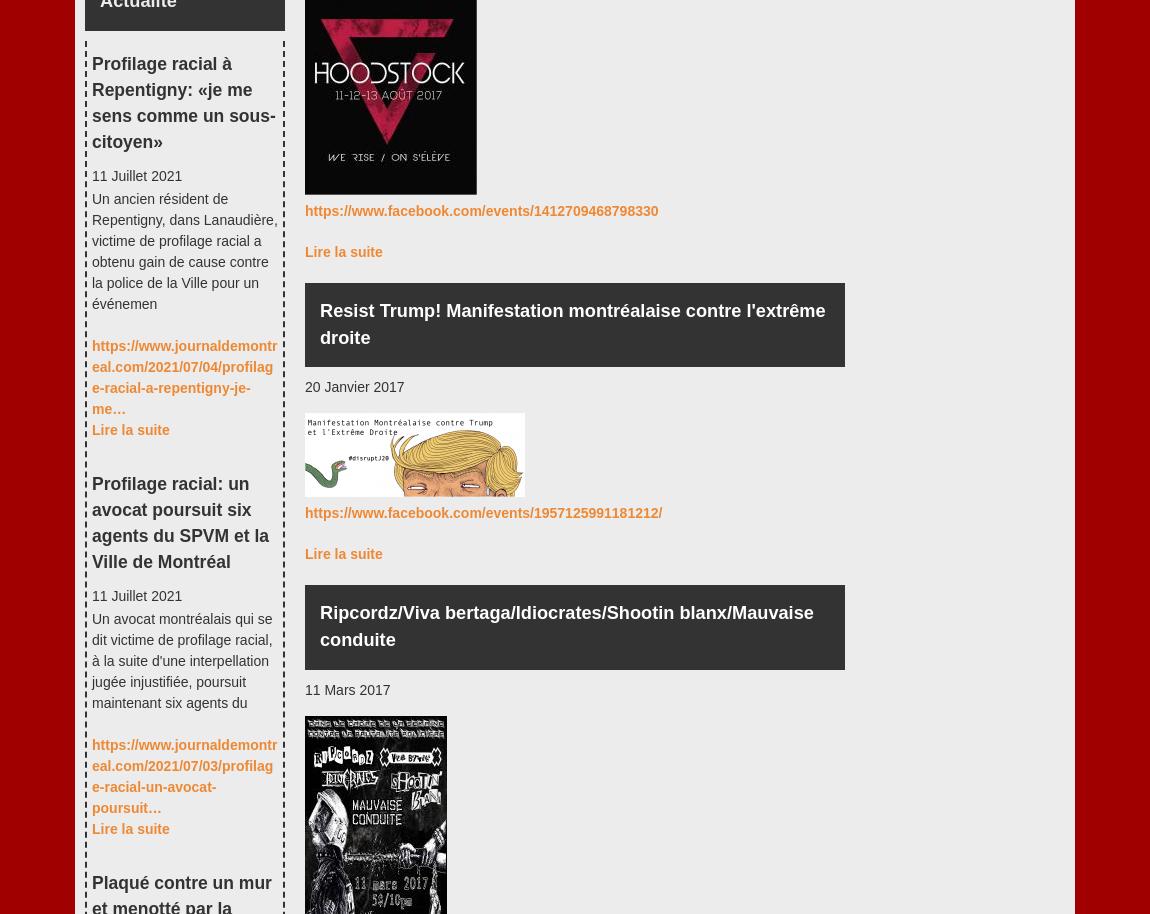 This screenshot has width=1150, height=914. I want to click on 'Resist Trump! Manifestation montréalaise contre l'extrême droite', so click(572, 322).